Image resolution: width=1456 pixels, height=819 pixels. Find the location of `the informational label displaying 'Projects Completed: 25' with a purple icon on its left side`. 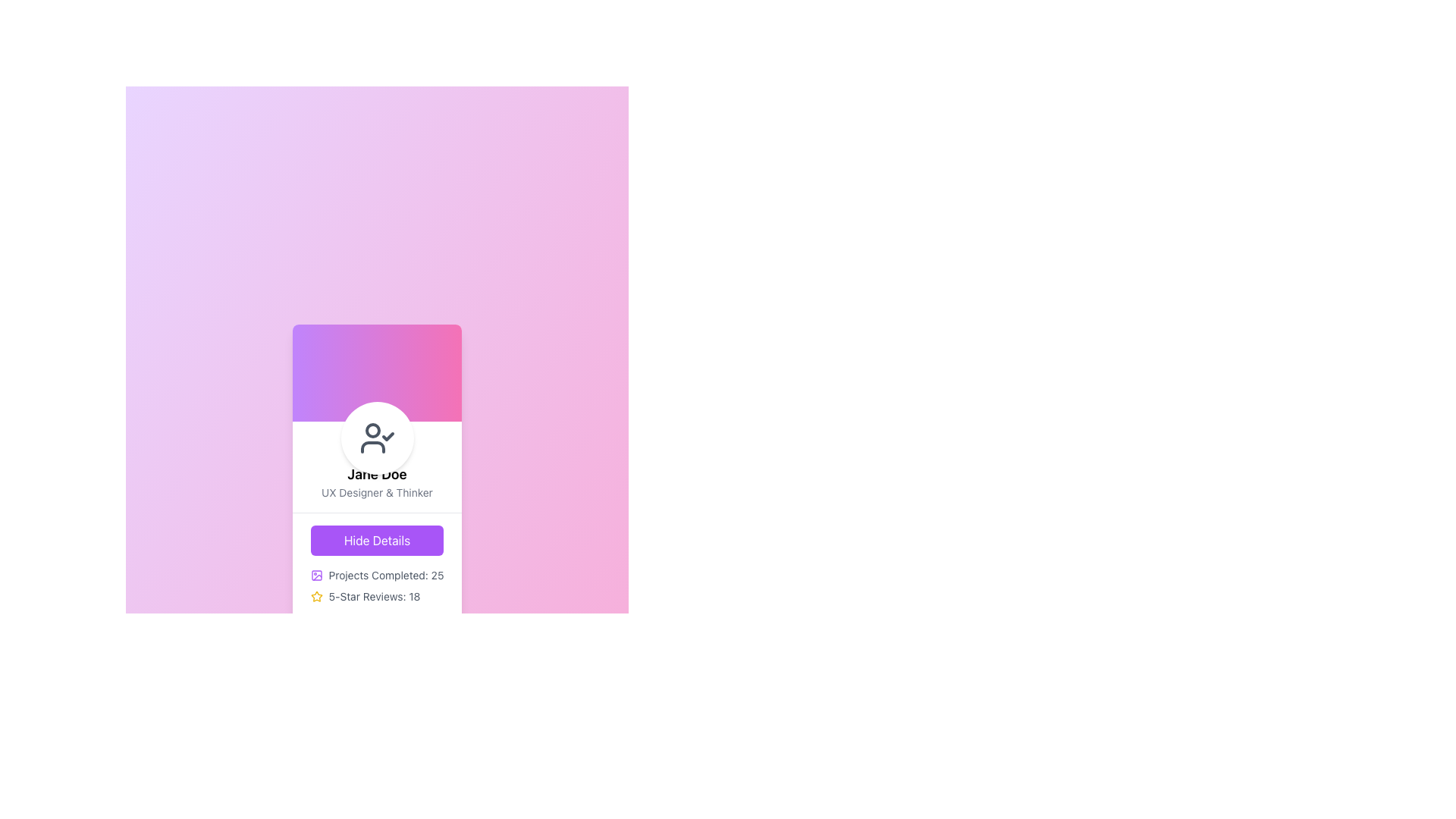

the informational label displaying 'Projects Completed: 25' with a purple icon on its left side is located at coordinates (377, 575).